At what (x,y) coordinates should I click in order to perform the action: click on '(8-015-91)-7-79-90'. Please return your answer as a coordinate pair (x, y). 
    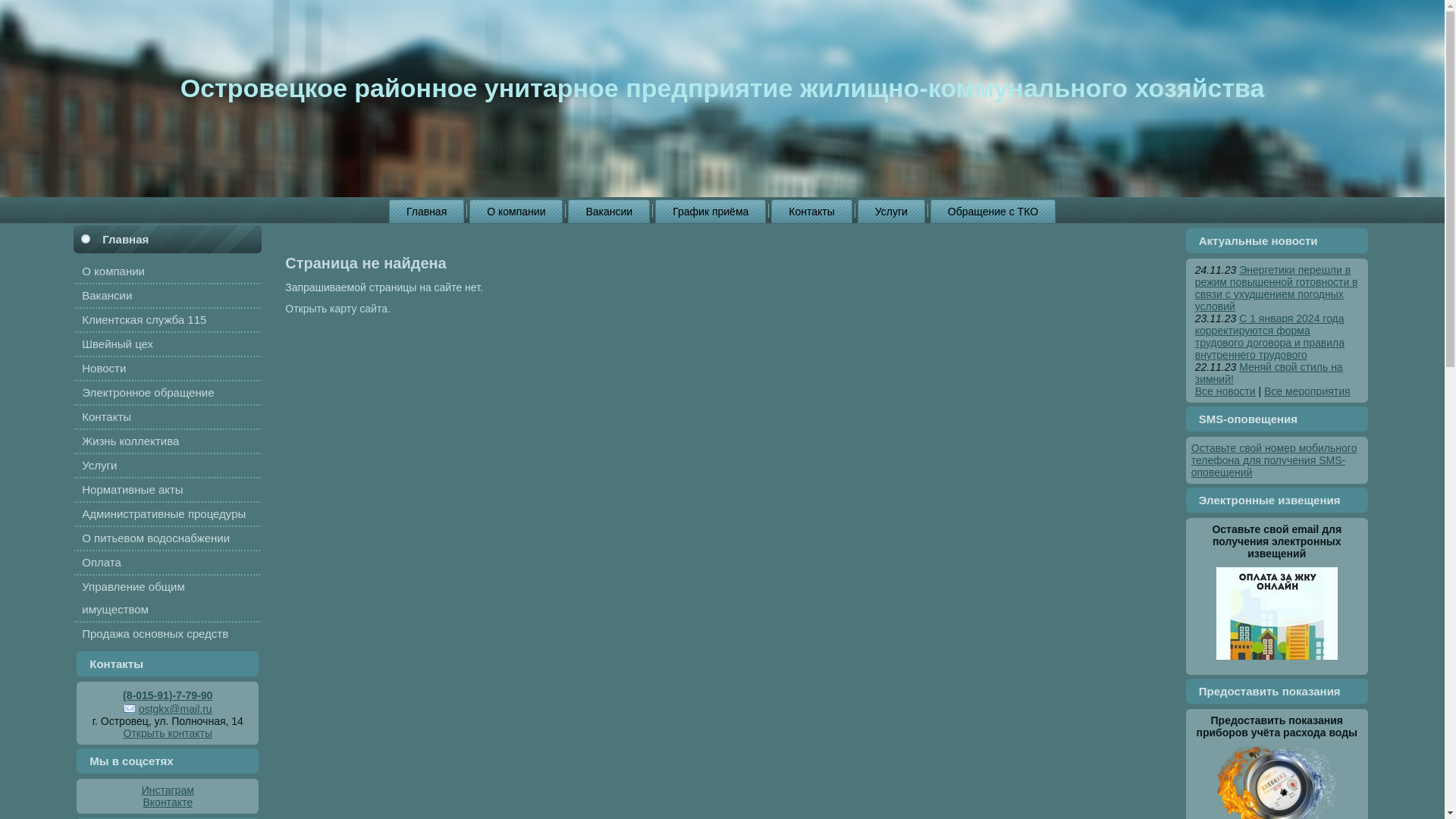
    Looking at the image, I should click on (167, 695).